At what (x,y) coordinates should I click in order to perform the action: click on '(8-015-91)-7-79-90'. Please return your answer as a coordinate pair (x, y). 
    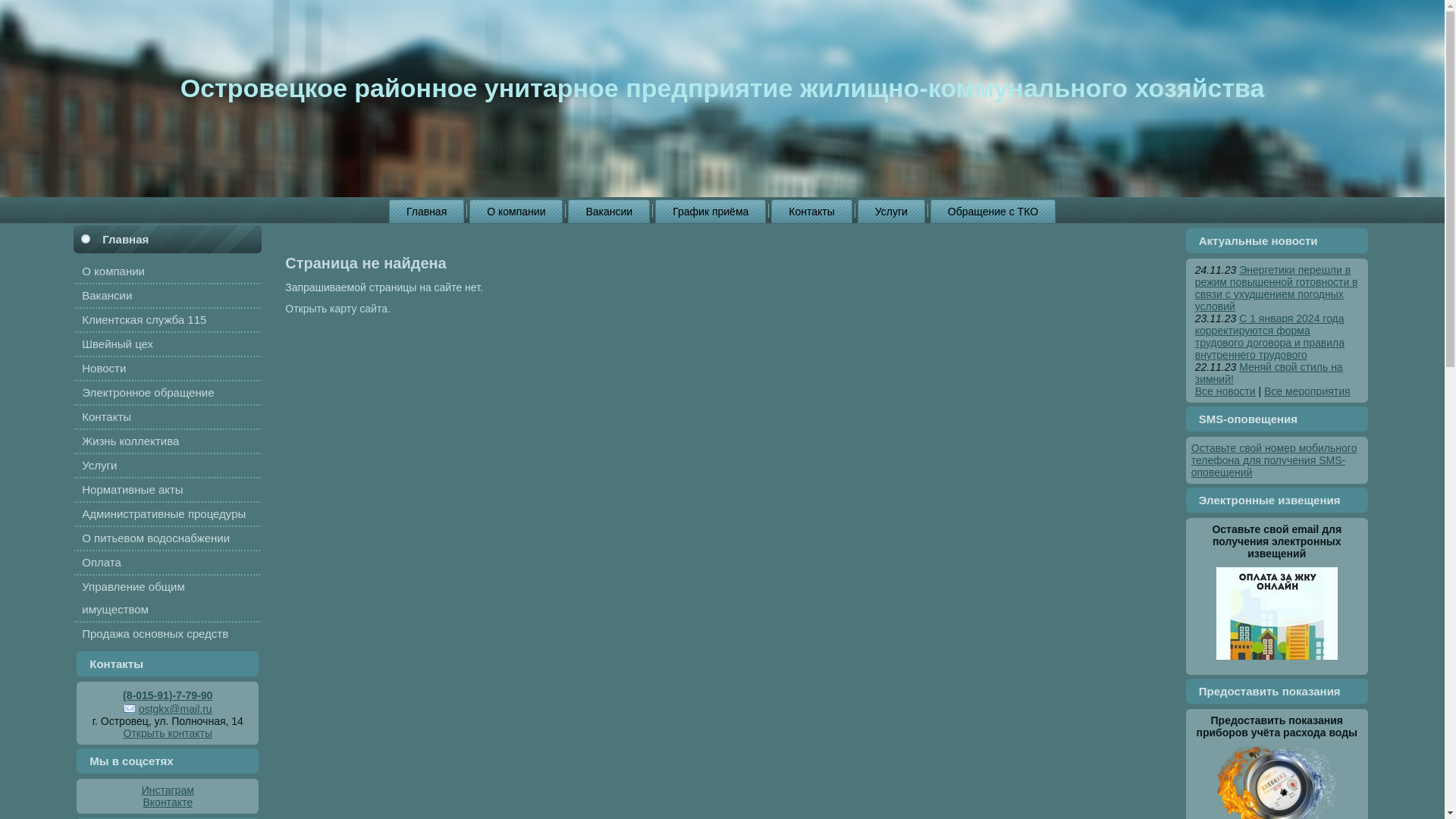
    Looking at the image, I should click on (167, 695).